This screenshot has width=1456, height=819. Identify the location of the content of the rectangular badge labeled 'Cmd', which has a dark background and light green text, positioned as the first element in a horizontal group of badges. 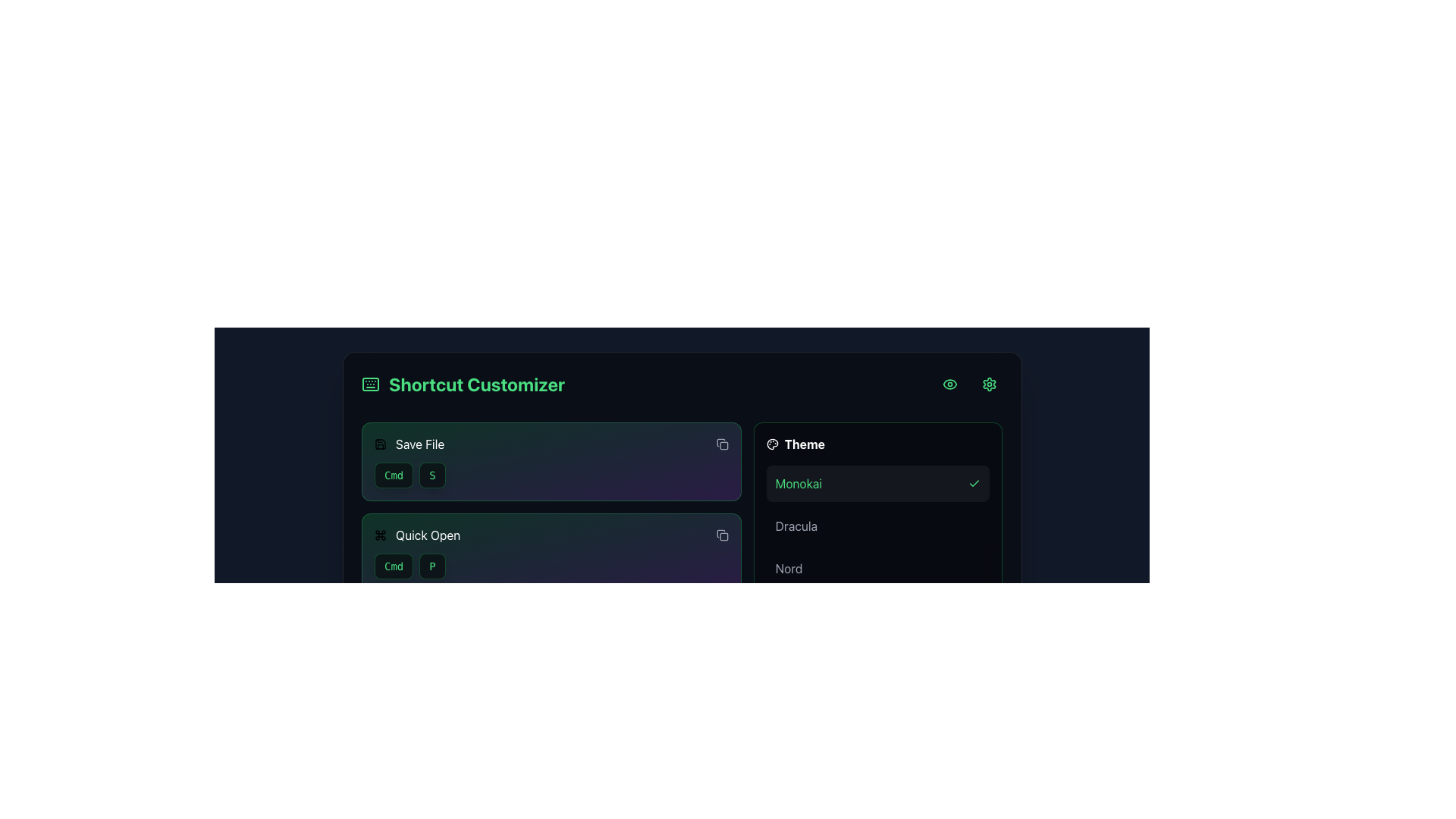
(394, 748).